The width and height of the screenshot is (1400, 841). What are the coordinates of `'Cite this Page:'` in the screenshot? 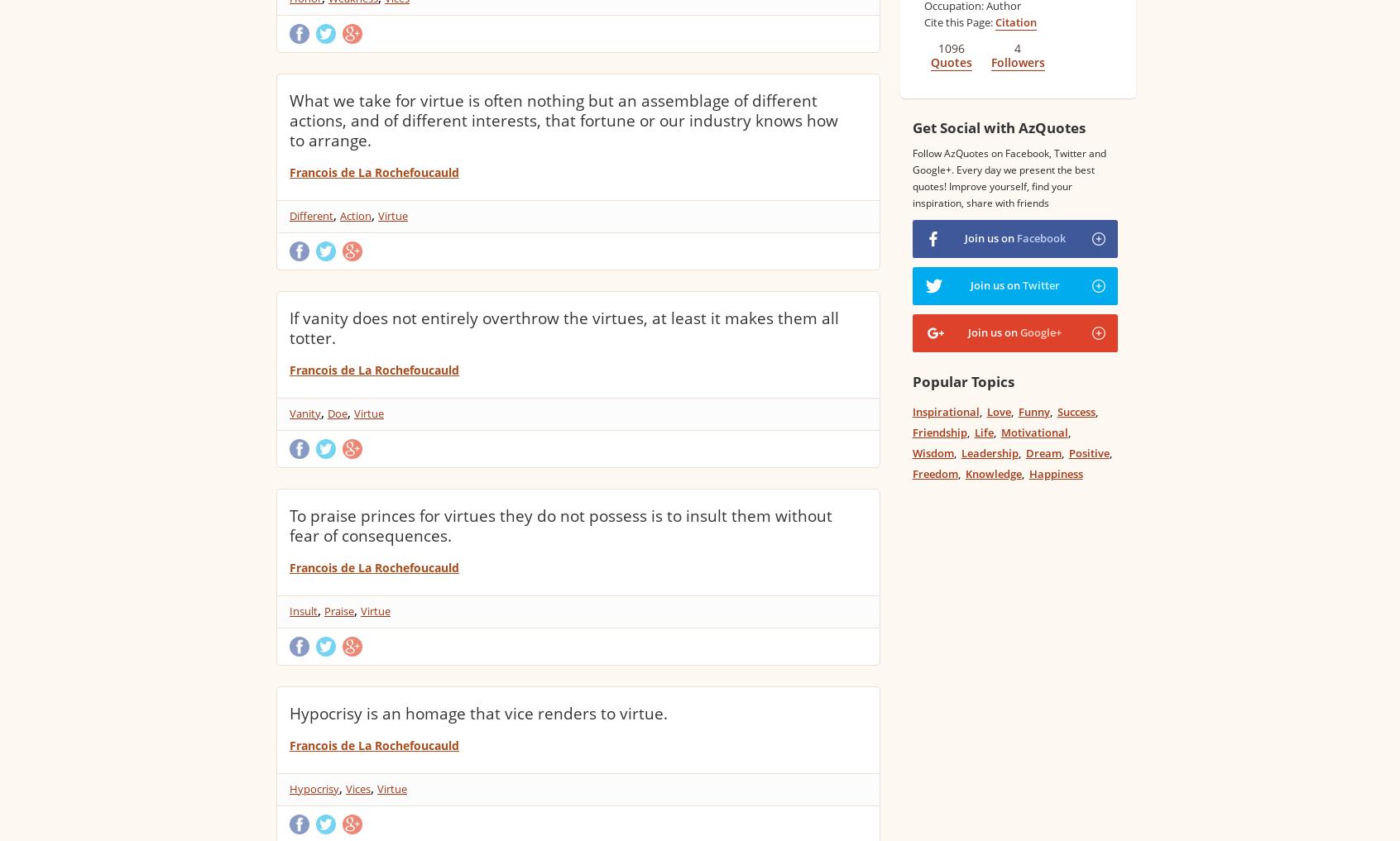 It's located at (923, 21).